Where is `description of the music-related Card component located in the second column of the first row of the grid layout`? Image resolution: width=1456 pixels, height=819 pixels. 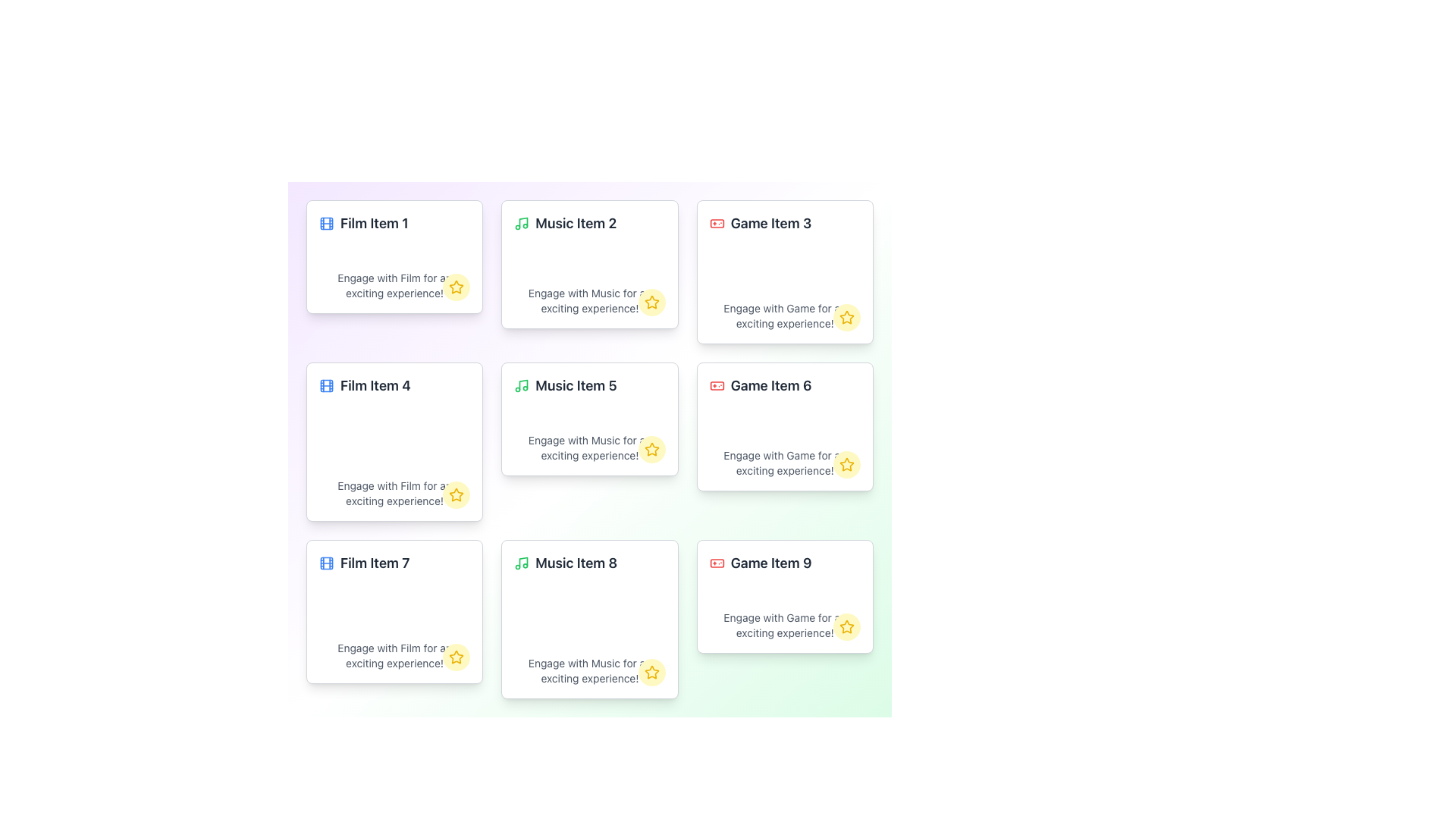 description of the music-related Card component located in the second column of the first row of the grid layout is located at coordinates (588, 263).